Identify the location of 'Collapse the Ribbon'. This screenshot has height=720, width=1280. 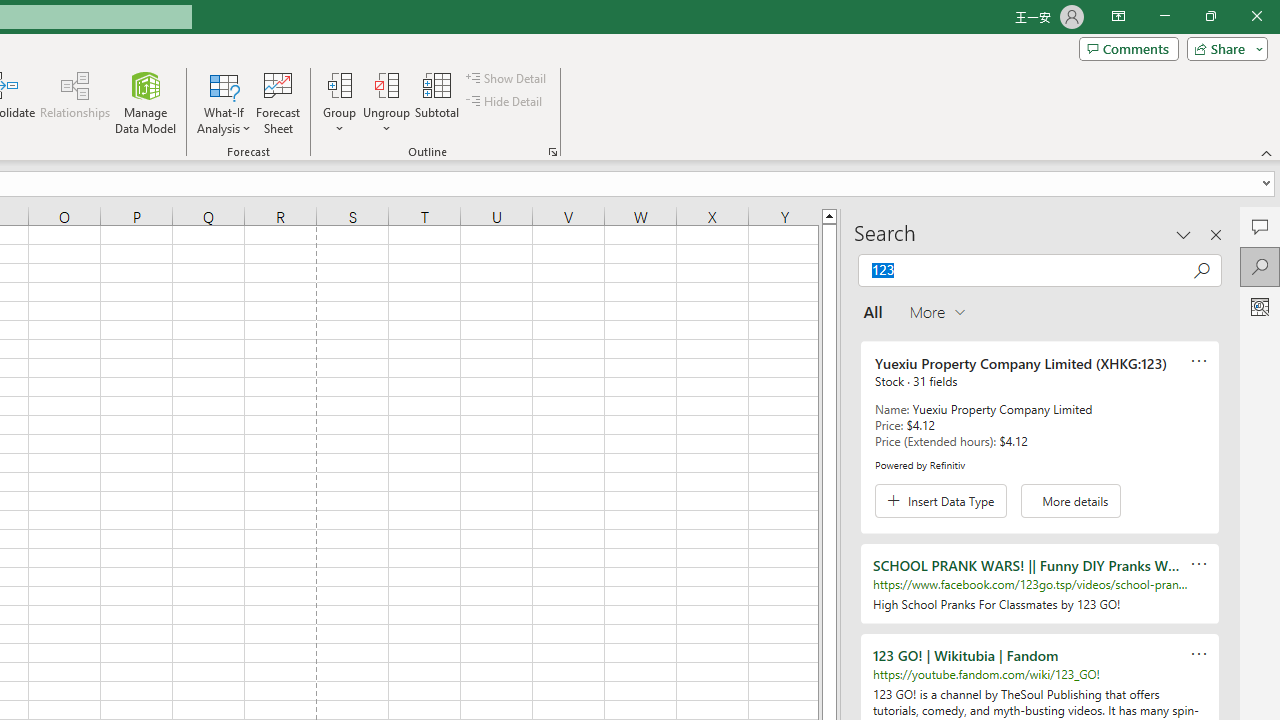
(1266, 152).